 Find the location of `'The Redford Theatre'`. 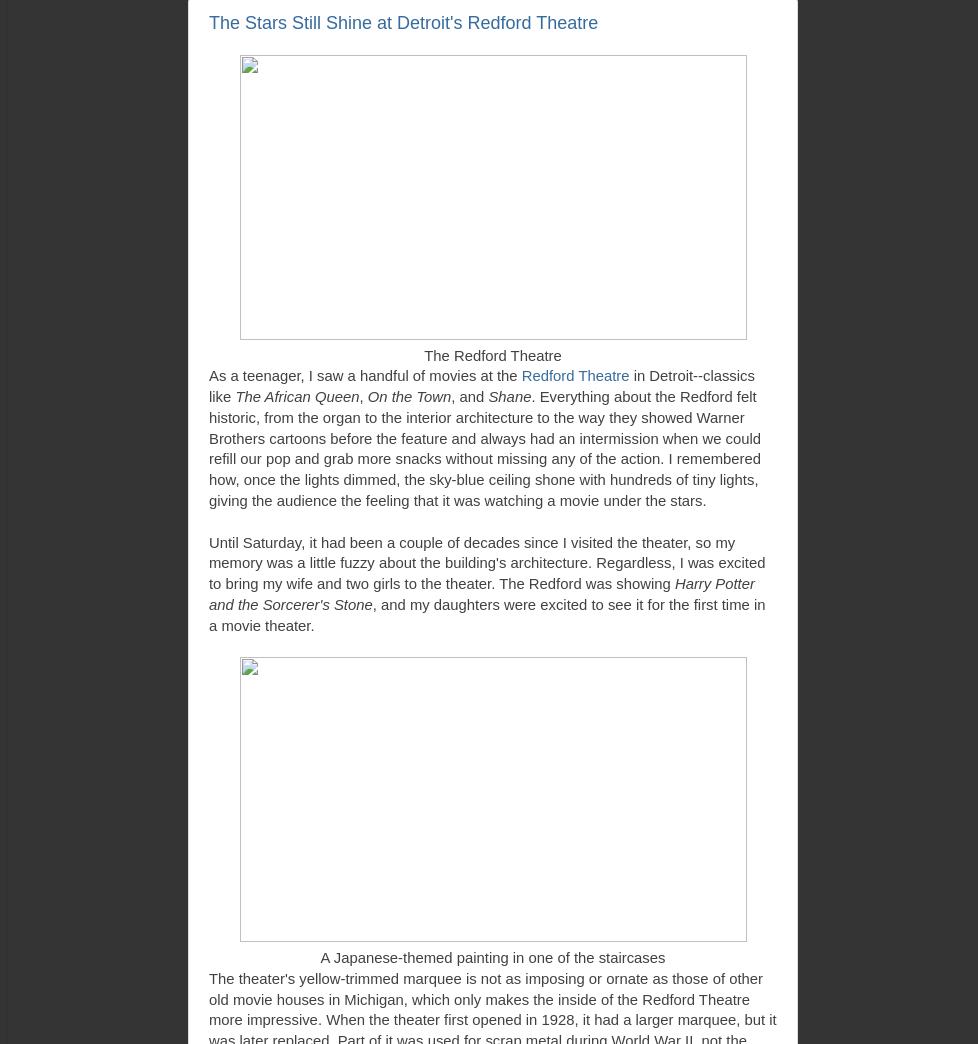

'The Redford Theatre' is located at coordinates (492, 354).